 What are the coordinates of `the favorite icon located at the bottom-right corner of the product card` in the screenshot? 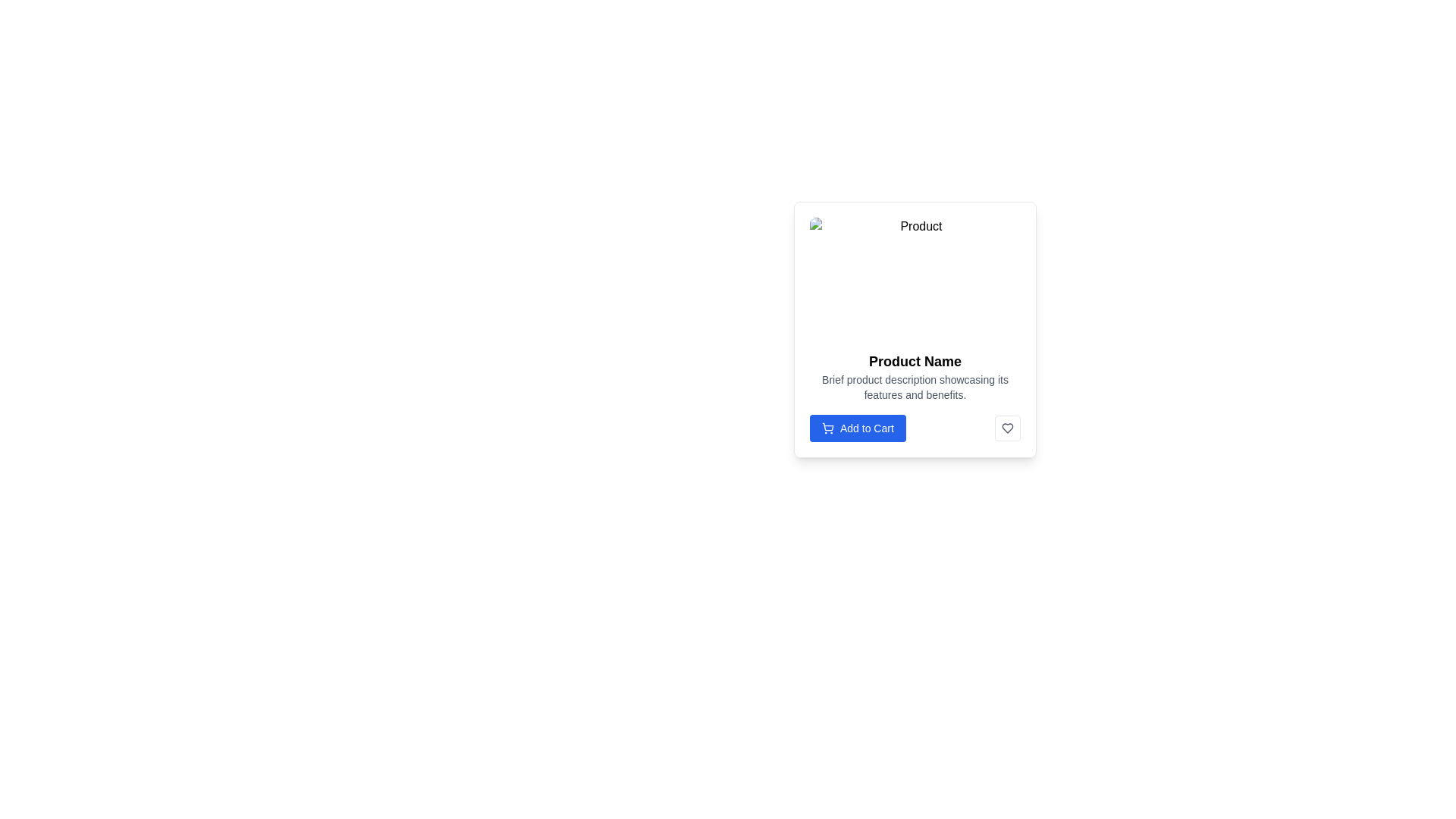 It's located at (1008, 428).